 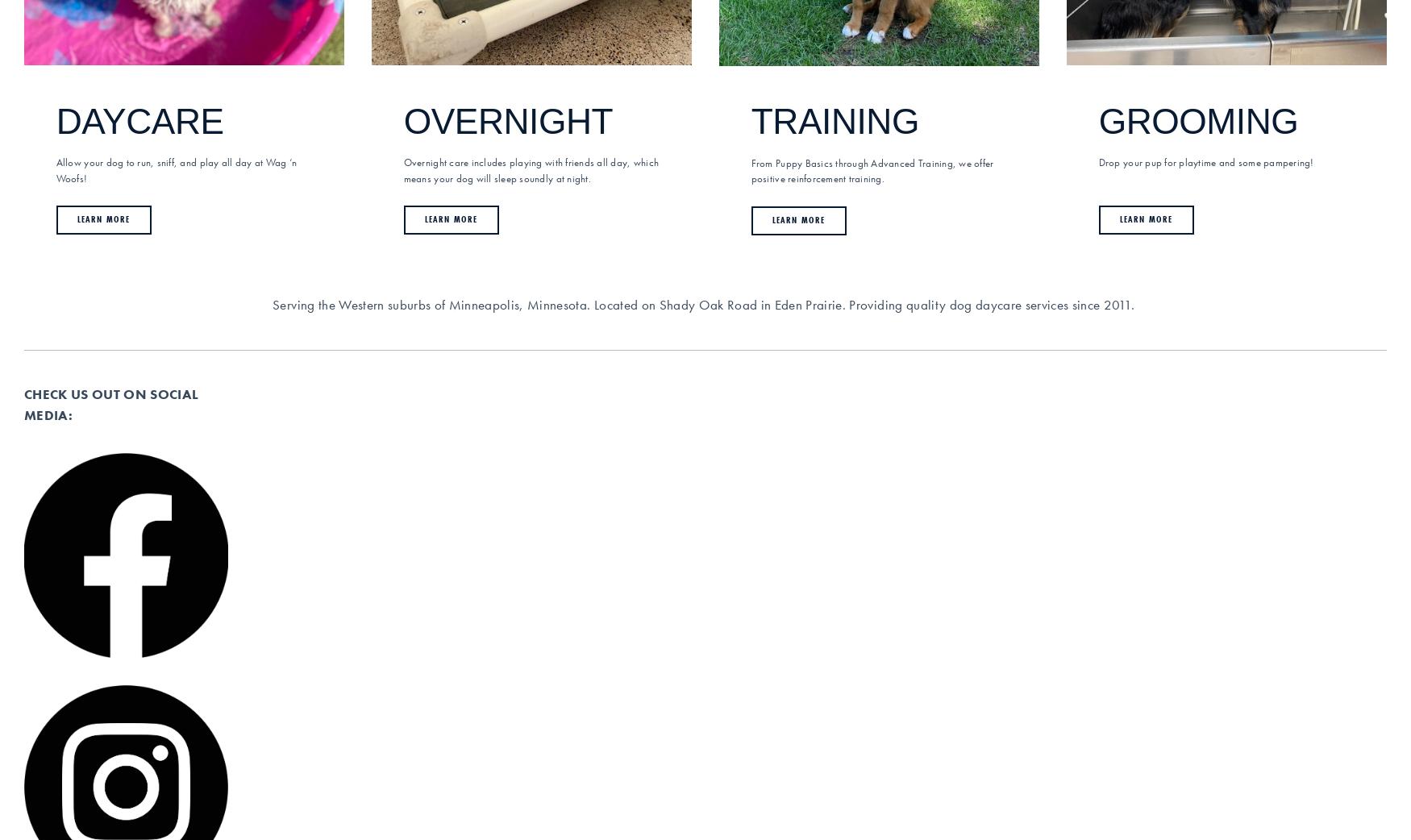 What do you see at coordinates (511, 120) in the screenshot?
I see `'OVERNIGHT'` at bounding box center [511, 120].